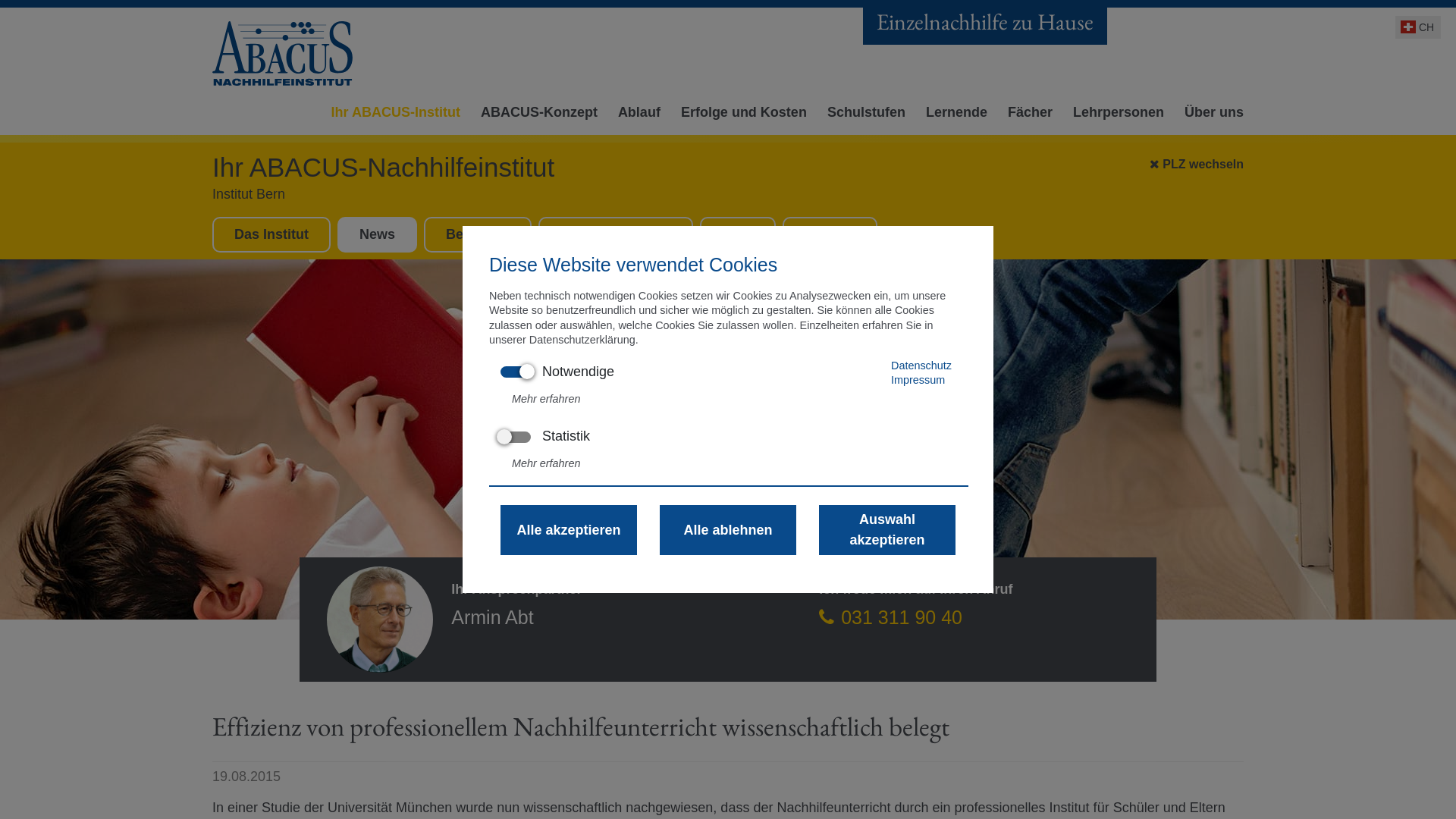 This screenshot has width=1456, height=819. I want to click on 'Alle akzeptieren', so click(567, 529).